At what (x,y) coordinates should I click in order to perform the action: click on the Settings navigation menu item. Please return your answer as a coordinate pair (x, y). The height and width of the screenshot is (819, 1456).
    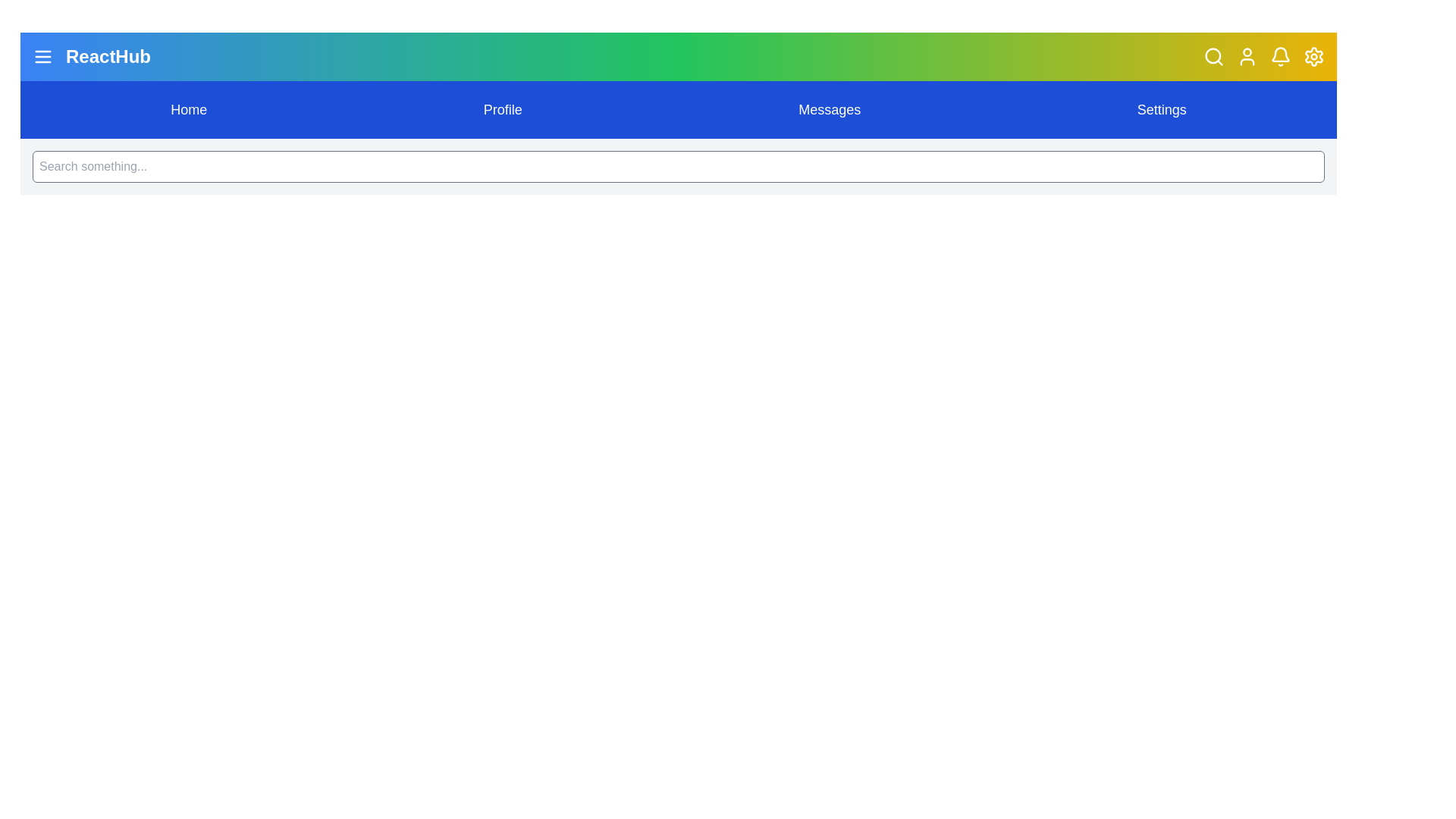
    Looking at the image, I should click on (1160, 109).